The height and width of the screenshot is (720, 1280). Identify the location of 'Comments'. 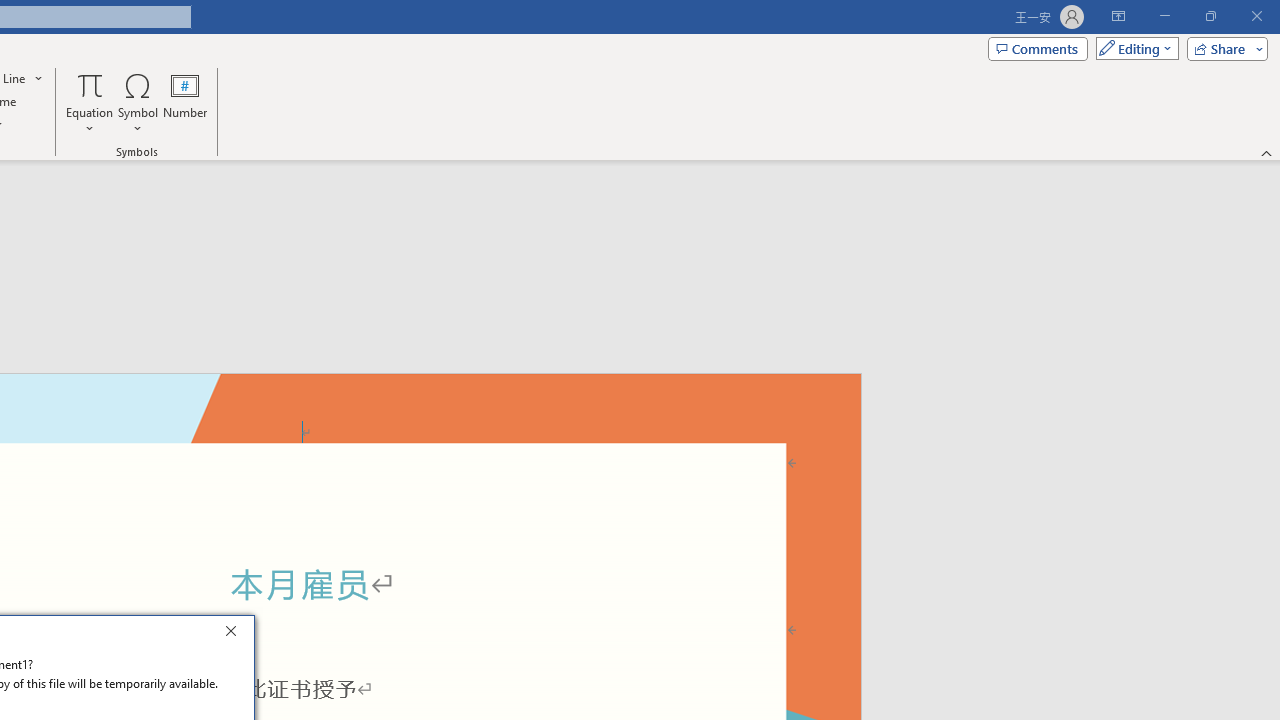
(1038, 47).